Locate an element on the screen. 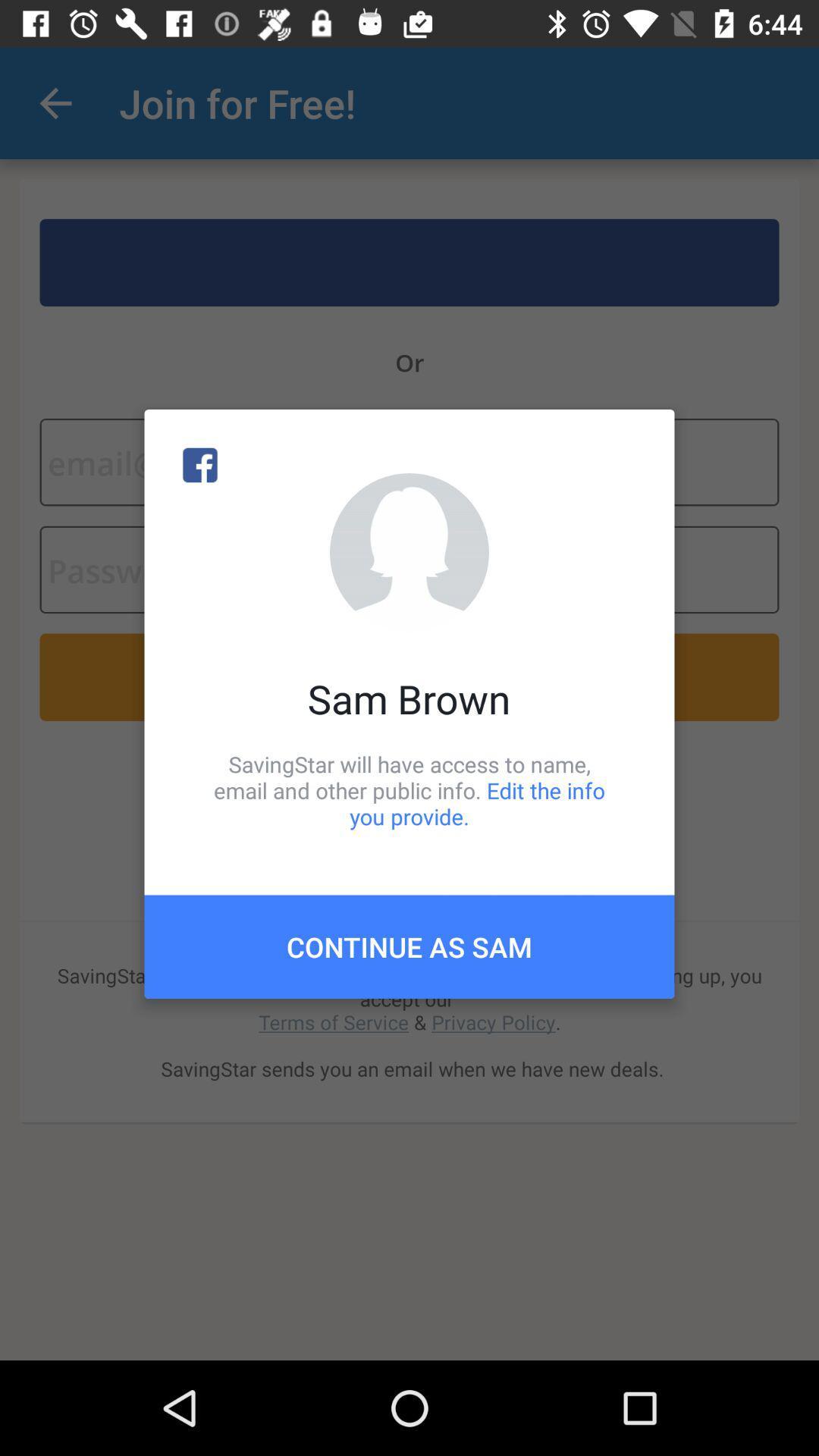  savingstar will have is located at coordinates (409, 789).